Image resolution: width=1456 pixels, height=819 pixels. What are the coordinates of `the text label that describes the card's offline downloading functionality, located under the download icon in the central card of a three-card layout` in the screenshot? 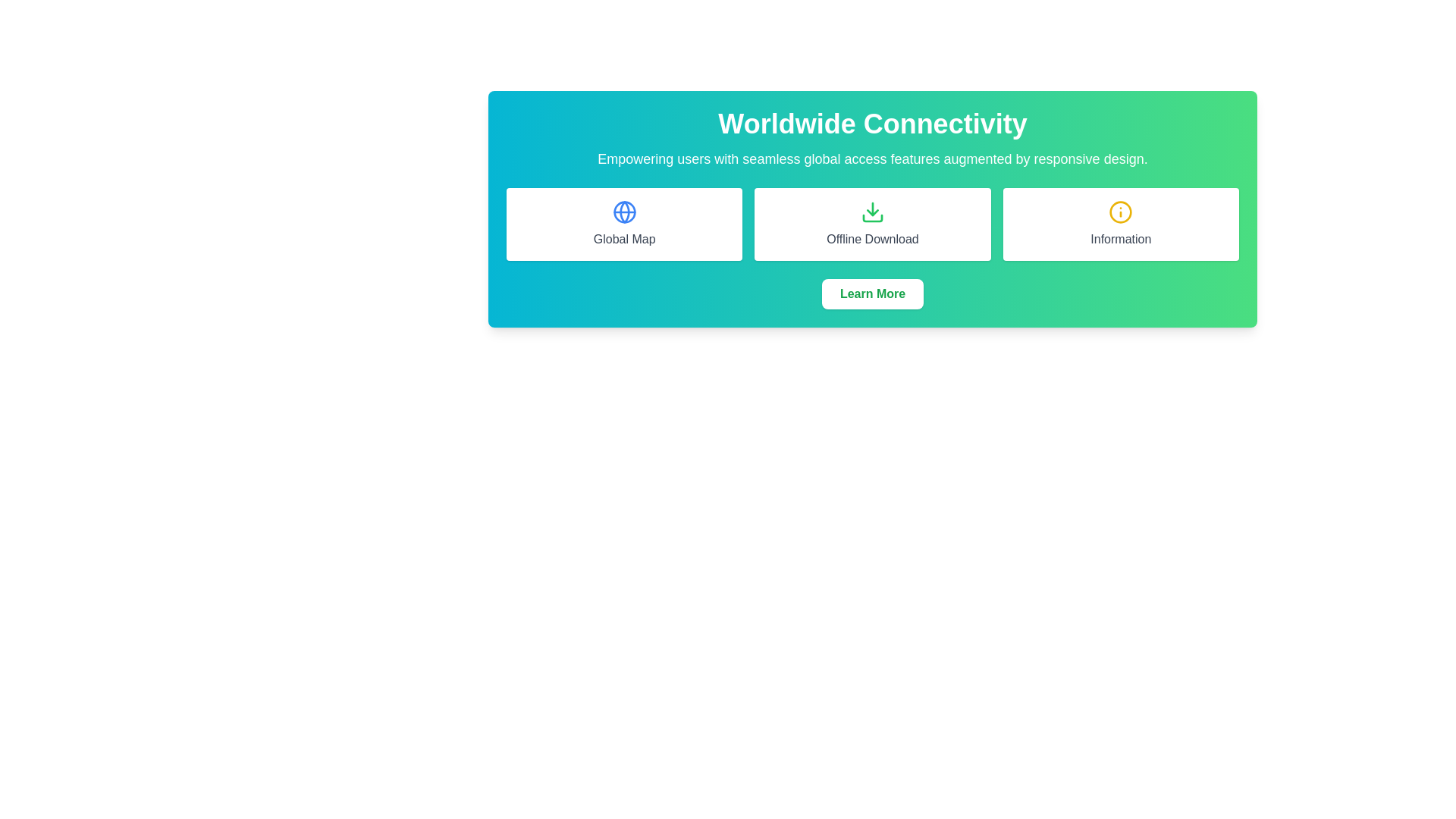 It's located at (873, 239).